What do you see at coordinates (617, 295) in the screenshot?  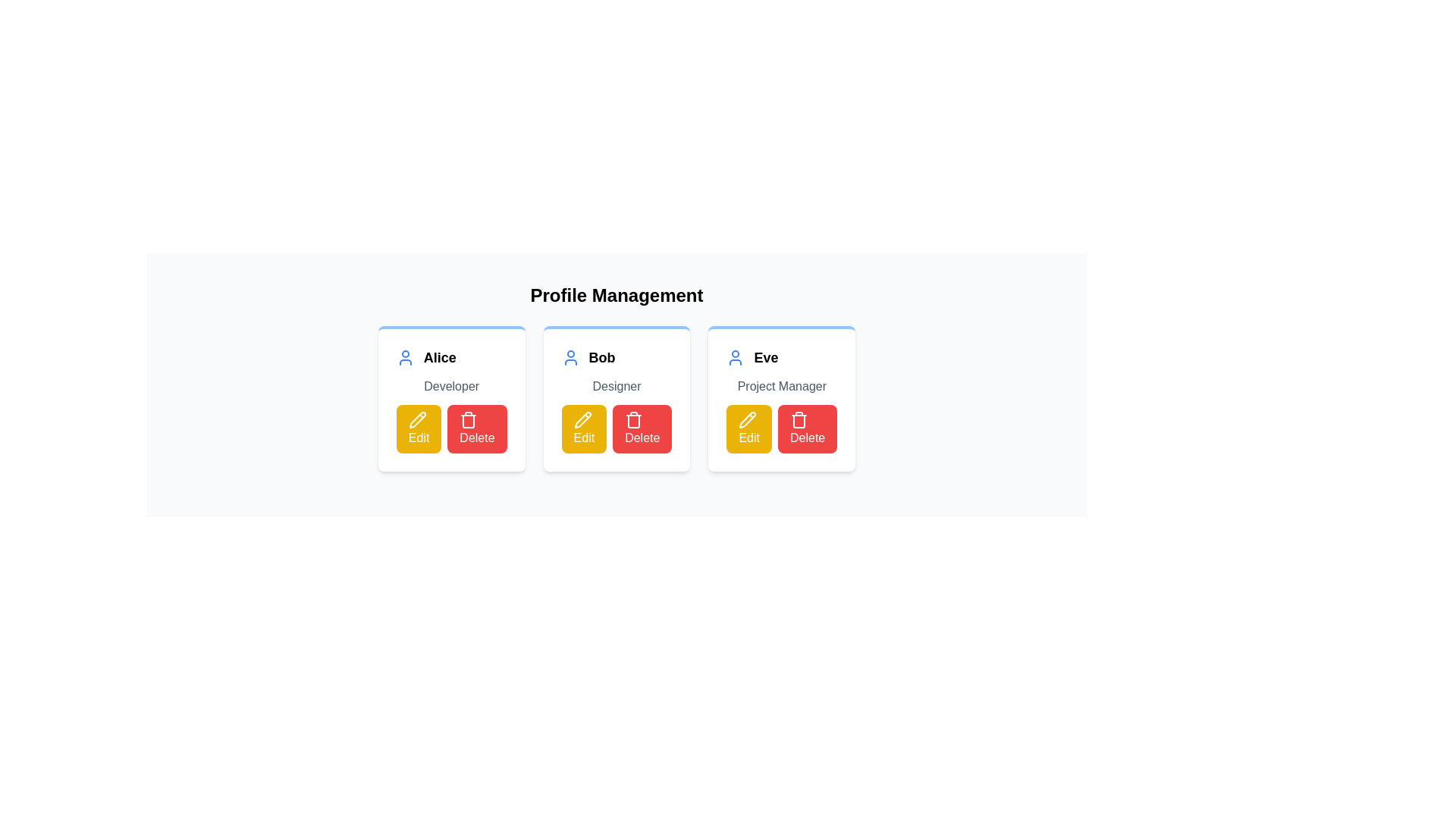 I see `Headline text located at the top of the profile management section, which is centrally aligned above the user profiles grid` at bounding box center [617, 295].